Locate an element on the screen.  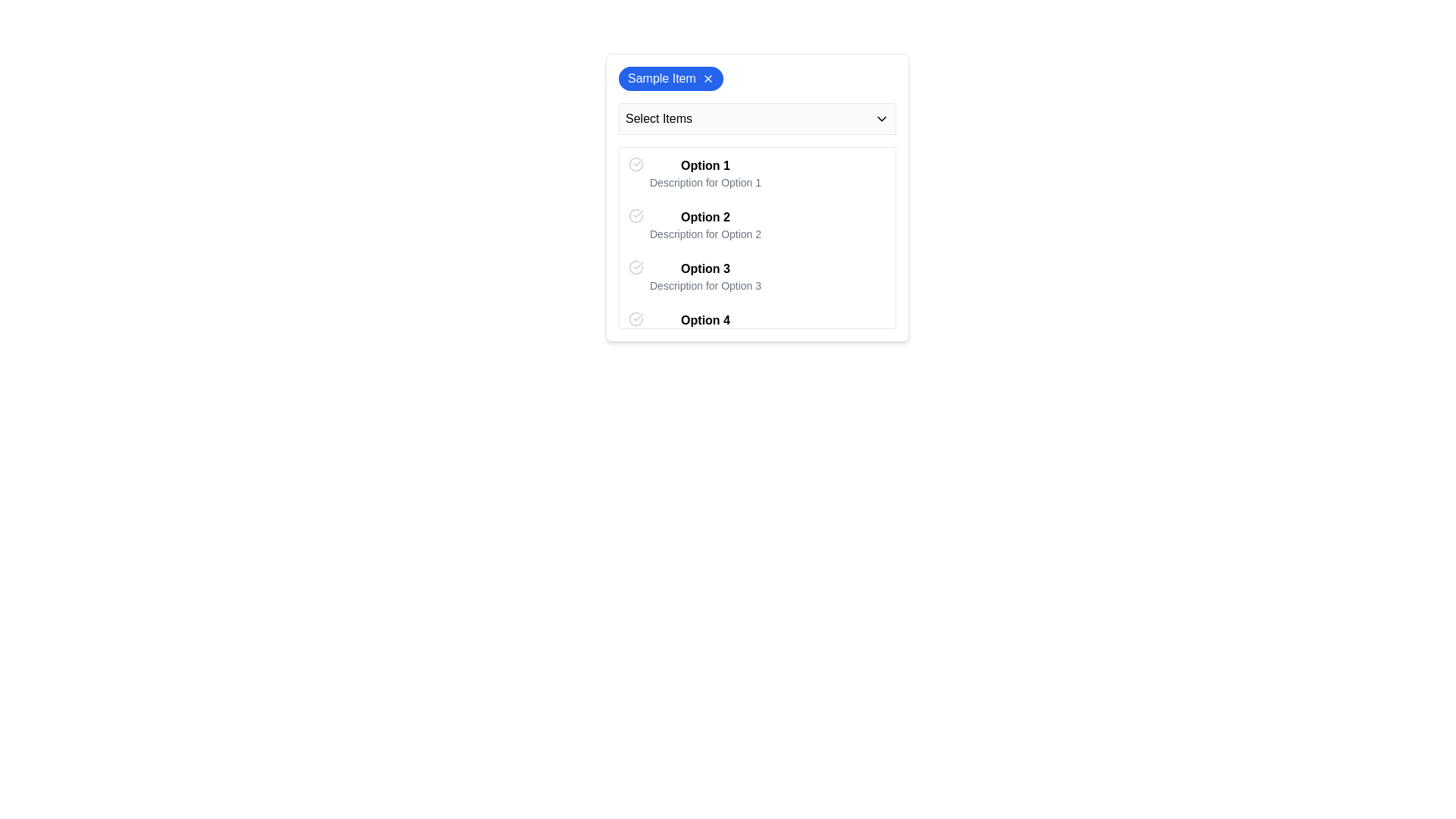
text labeled 'Option 3' which is styled in bold and located within a dropdown menu, positioned third in a vertical list of options is located at coordinates (704, 268).